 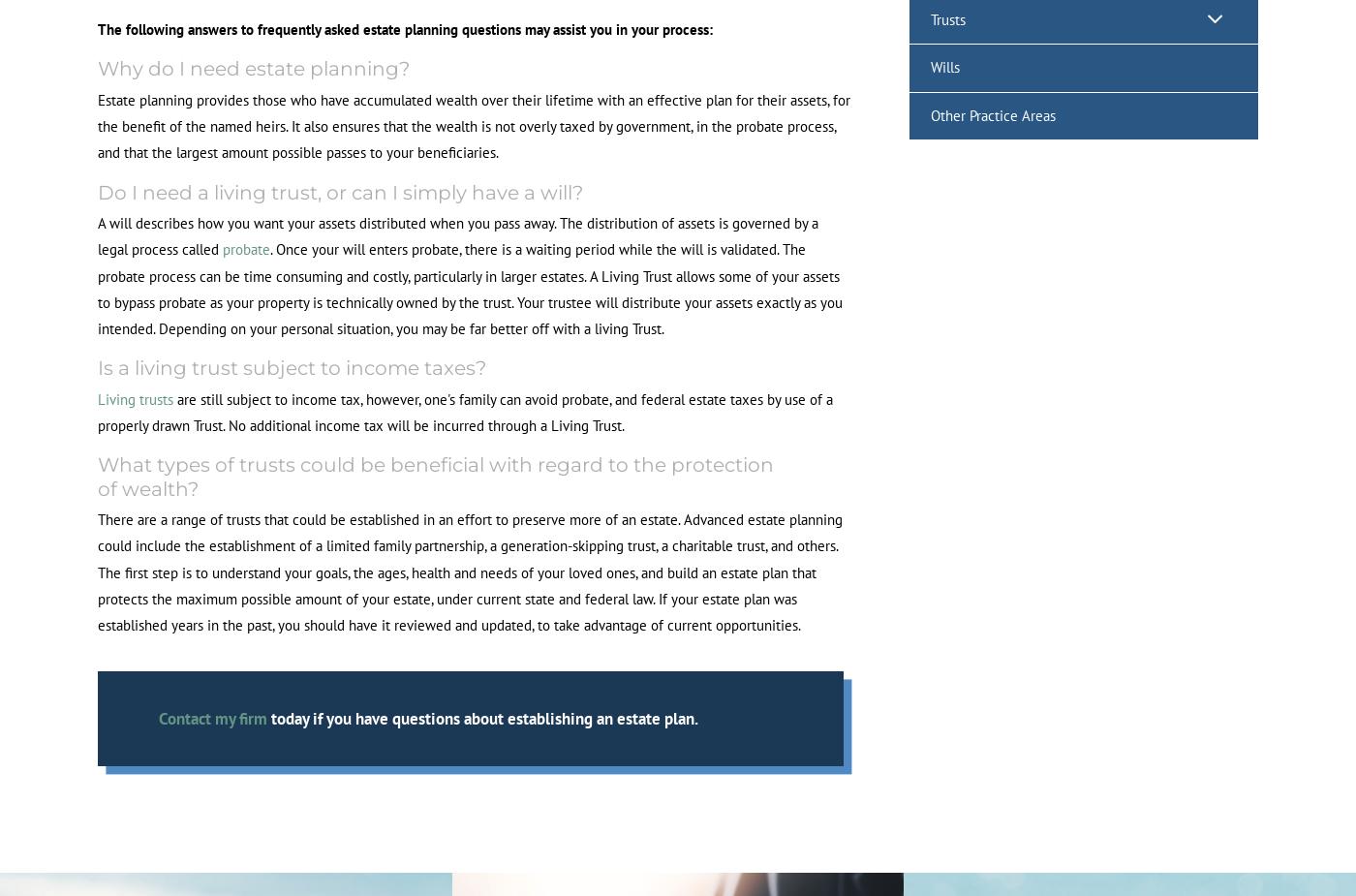 I want to click on 'of wealth?', so click(x=97, y=487).